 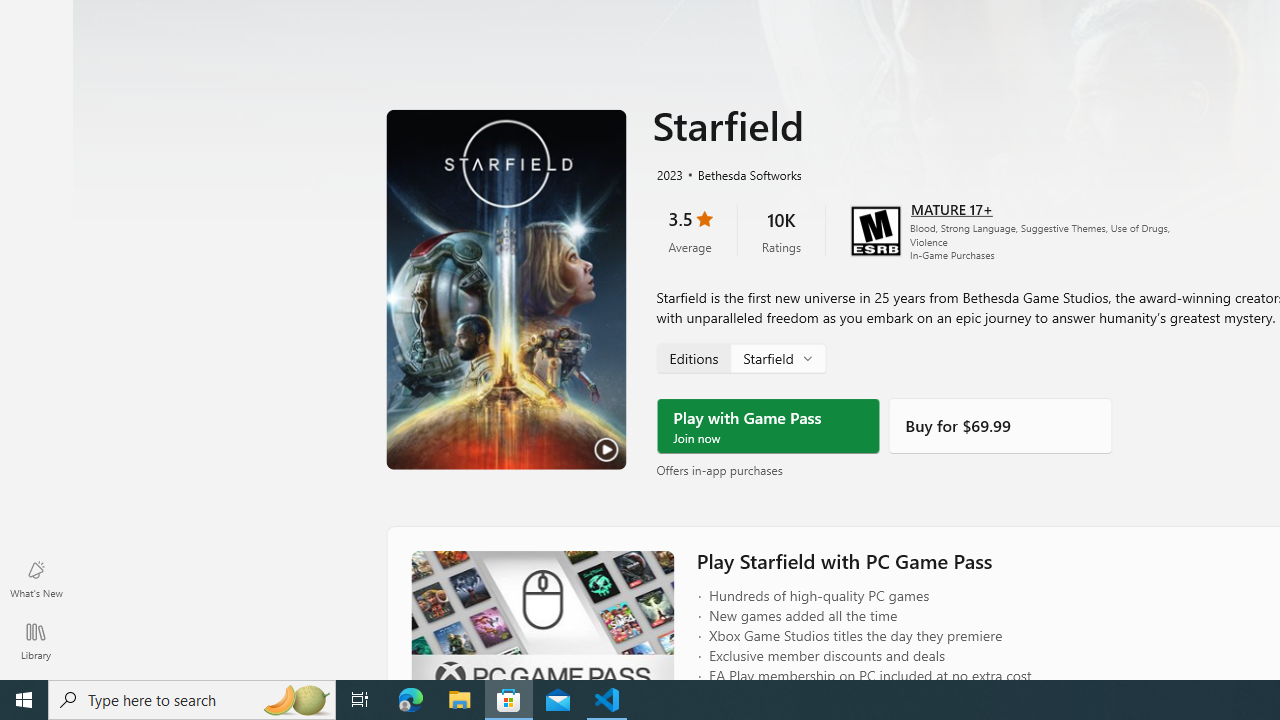 What do you see at coordinates (689, 229) in the screenshot?
I see `'3.5 stars. Click to skip to ratings and reviews'` at bounding box center [689, 229].